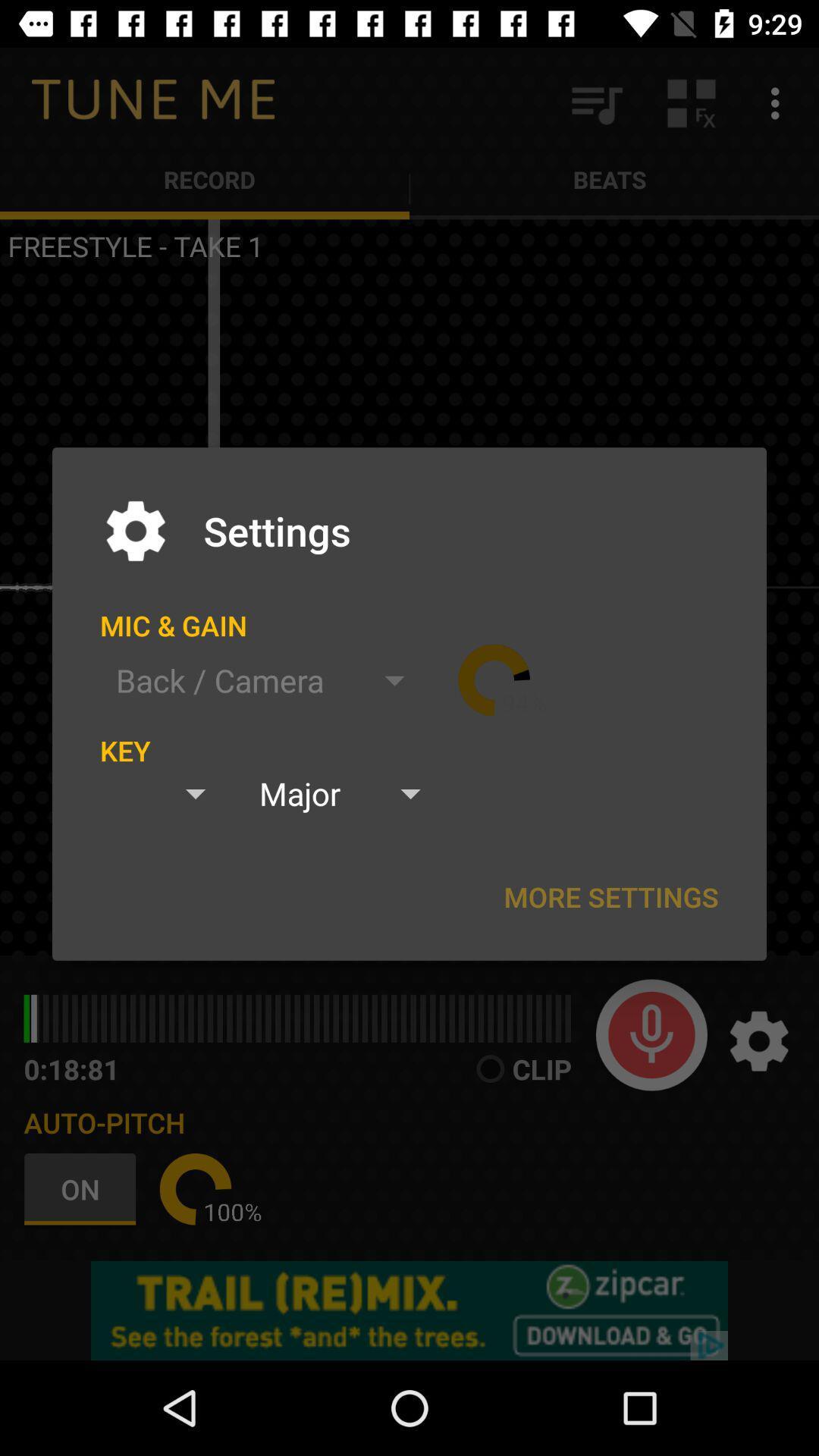 This screenshot has width=819, height=1456. I want to click on app next to record, so click(595, 102).